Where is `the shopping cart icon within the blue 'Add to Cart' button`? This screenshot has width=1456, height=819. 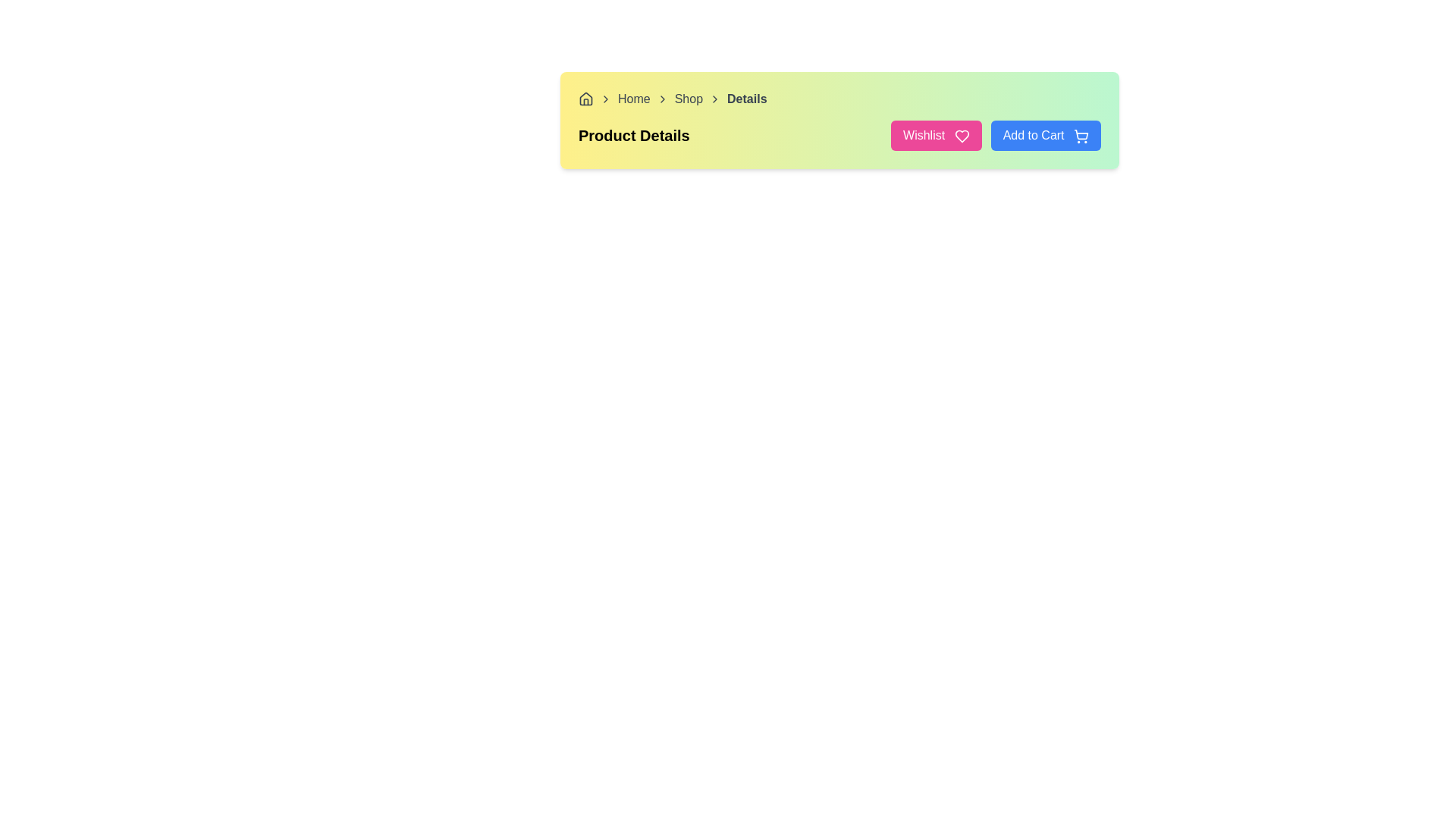
the shopping cart icon within the blue 'Add to Cart' button is located at coordinates (1080, 133).